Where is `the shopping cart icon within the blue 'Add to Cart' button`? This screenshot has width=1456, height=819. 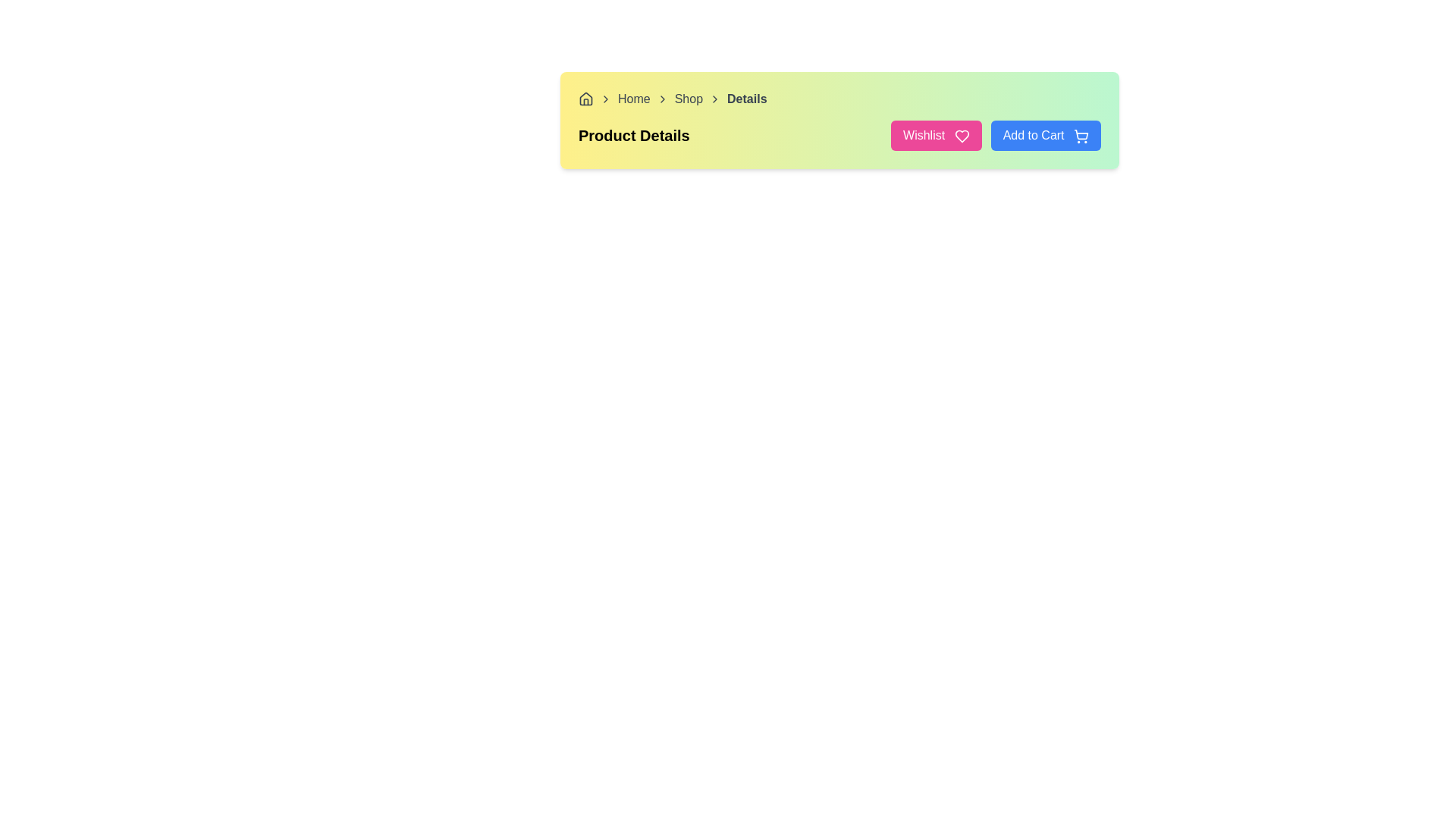
the shopping cart icon within the blue 'Add to Cart' button is located at coordinates (1080, 133).